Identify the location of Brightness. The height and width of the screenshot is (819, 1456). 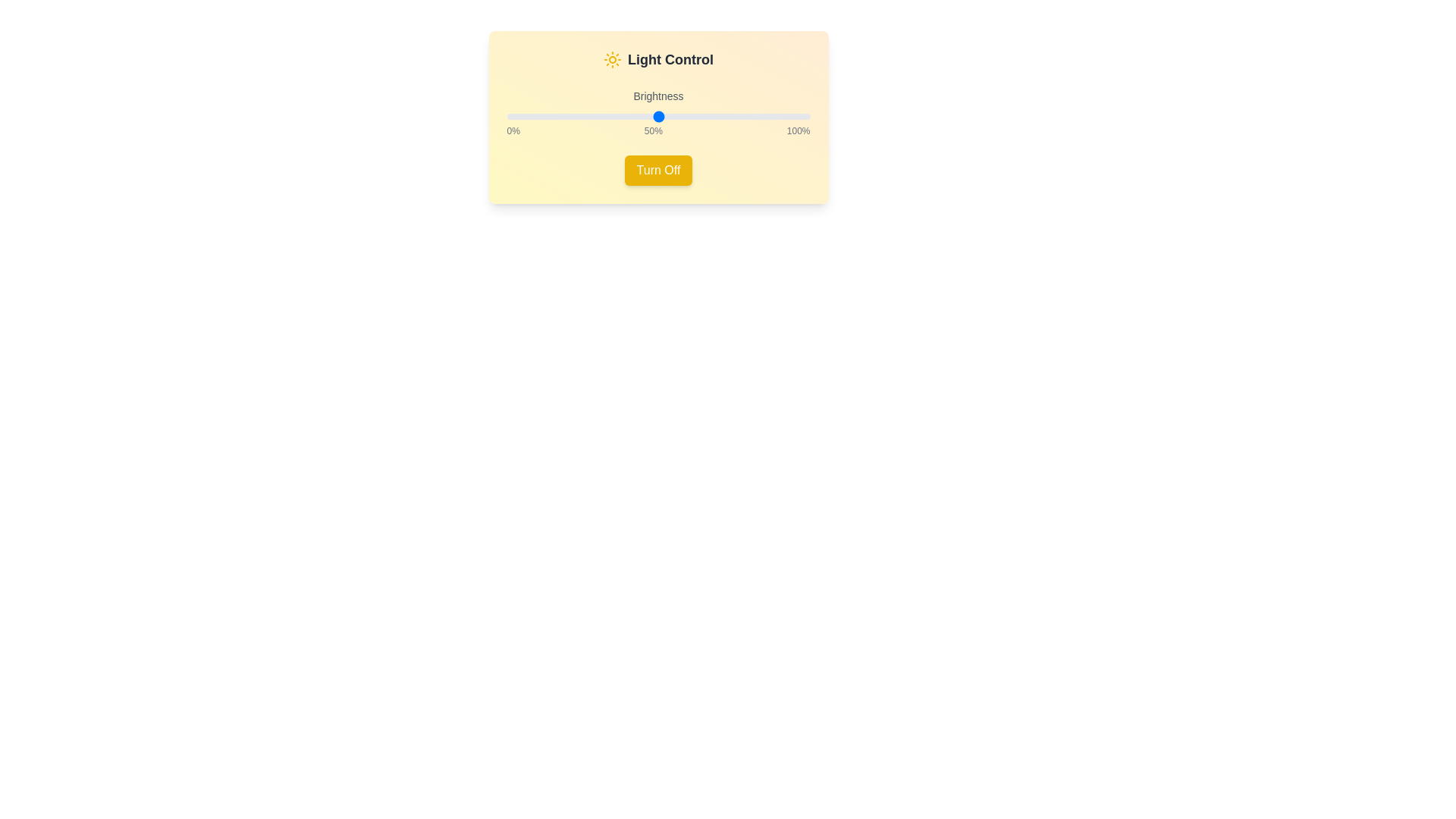
(625, 116).